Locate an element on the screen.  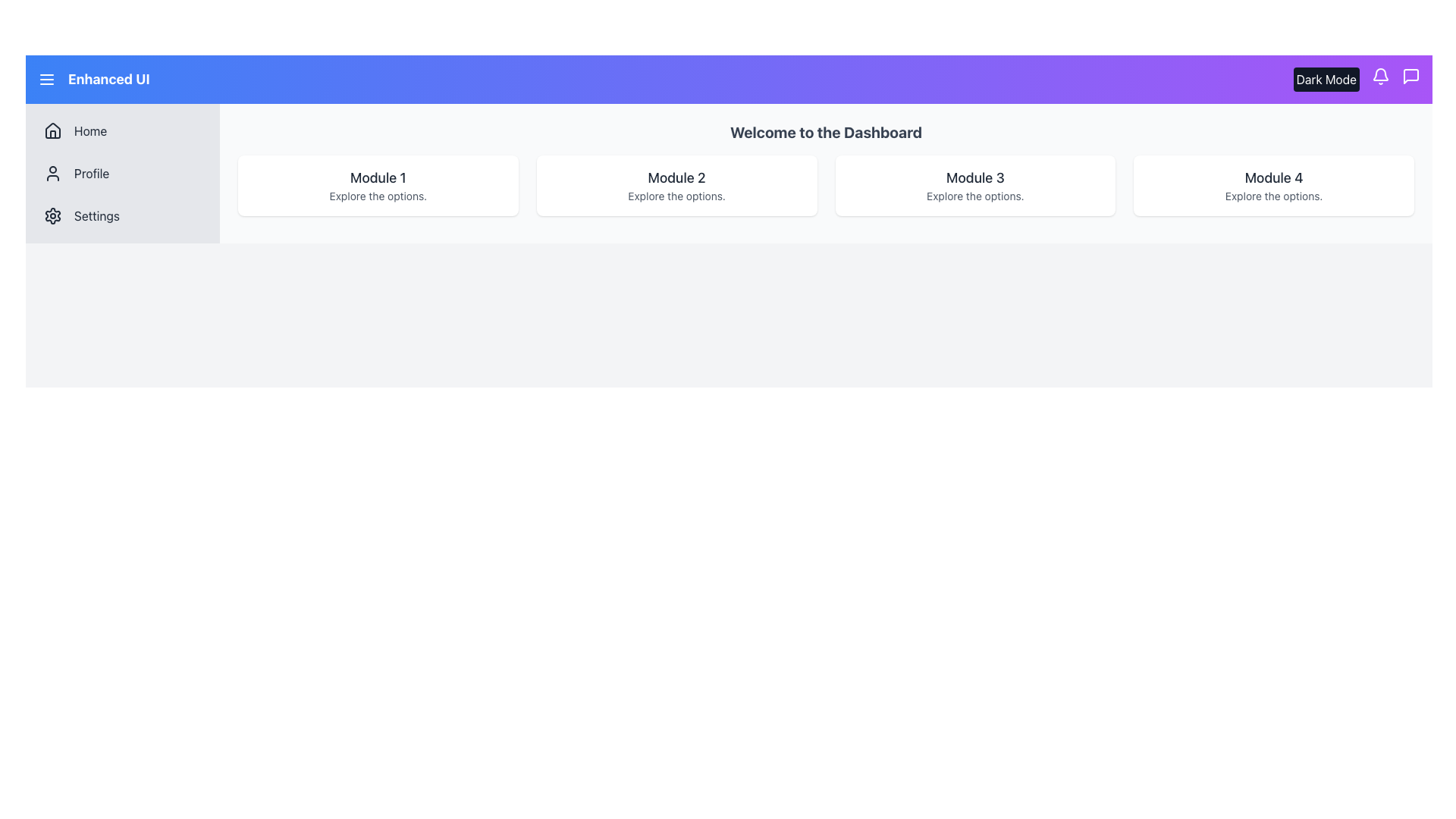
the home icon located at the top-left corner of the sidebar menu, which is styled with a minimalist design and is paired with the 'Home' text label is located at coordinates (53, 130).